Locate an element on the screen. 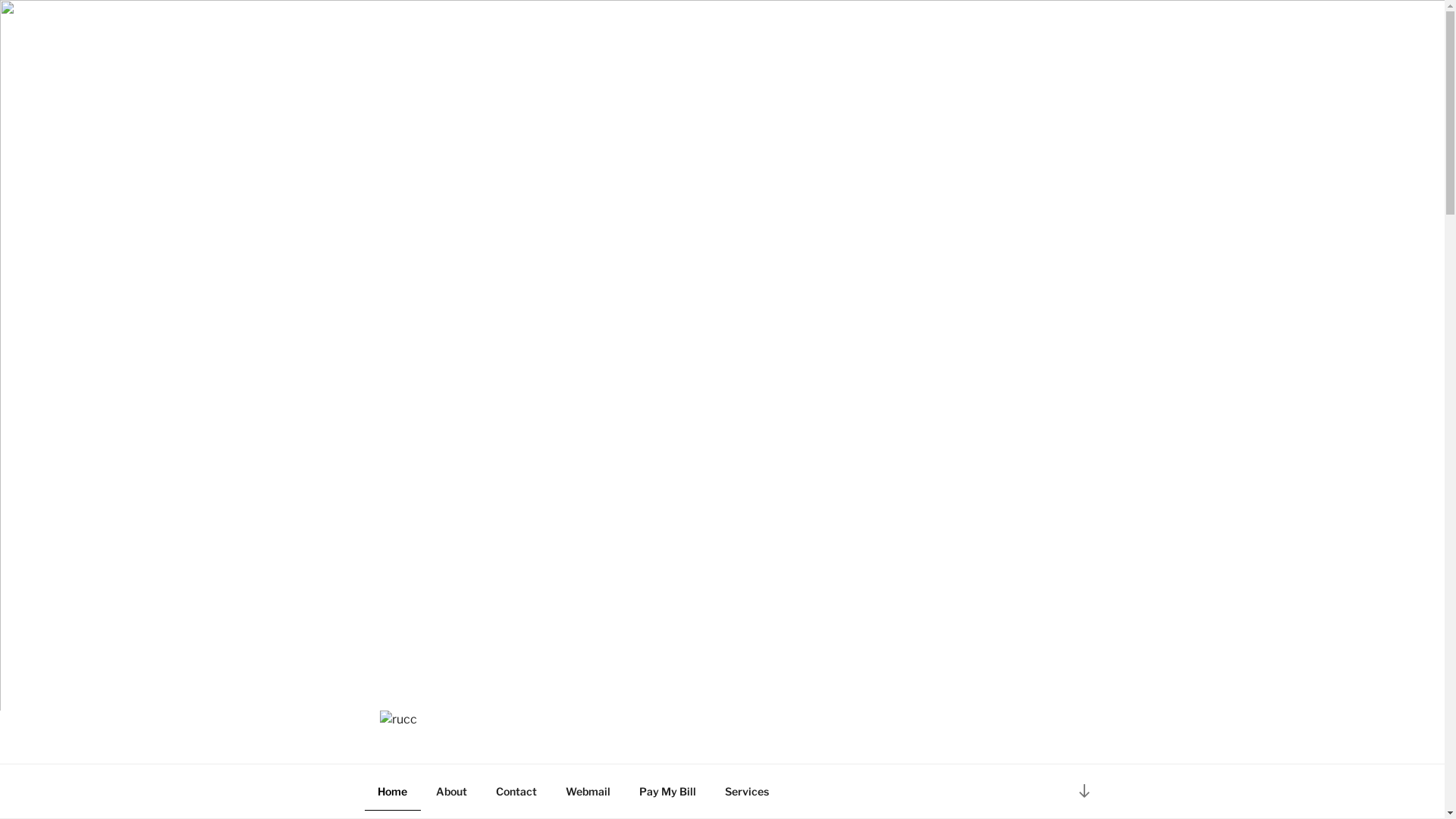 Image resolution: width=1456 pixels, height=819 pixels. 'About' is located at coordinates (422, 789).